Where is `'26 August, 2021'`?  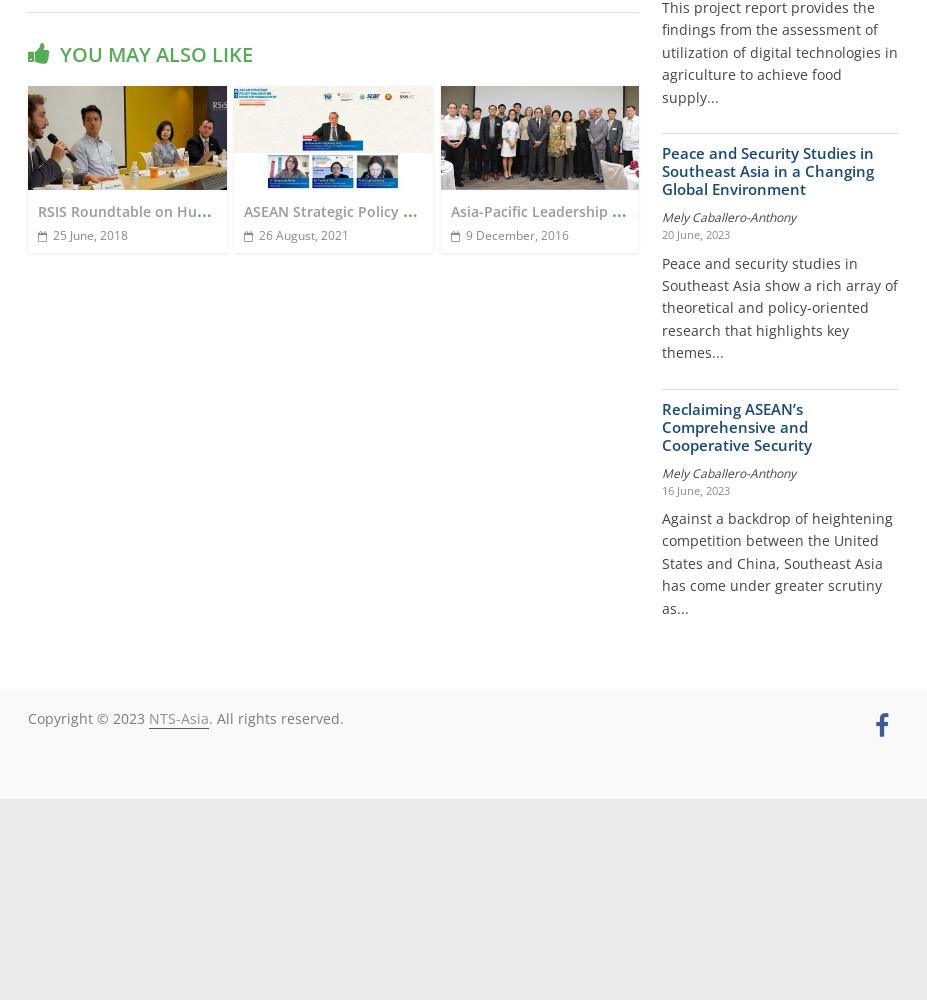 '26 August, 2021' is located at coordinates (303, 233).